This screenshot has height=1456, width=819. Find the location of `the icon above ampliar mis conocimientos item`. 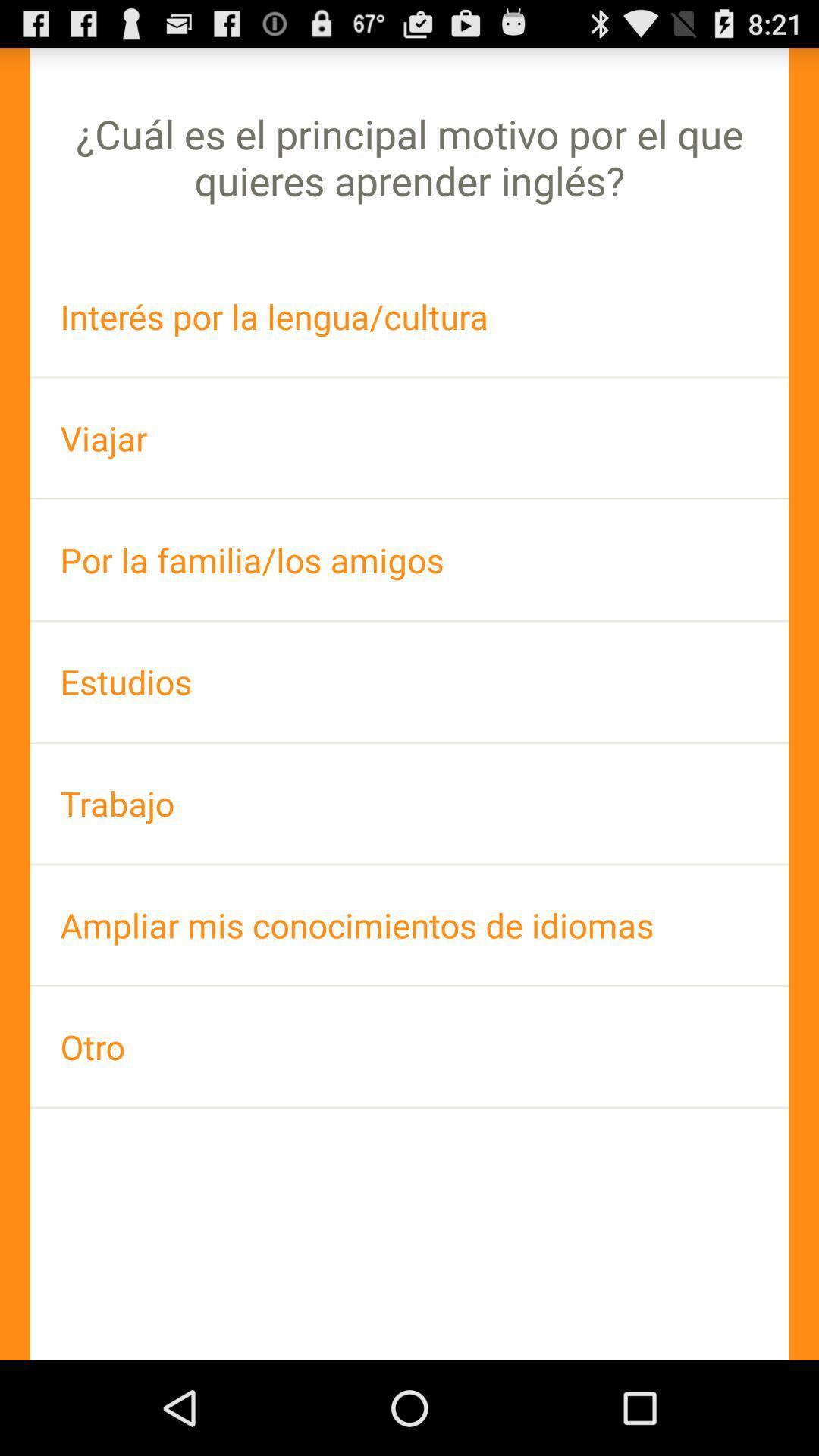

the icon above ampliar mis conocimientos item is located at coordinates (409, 802).